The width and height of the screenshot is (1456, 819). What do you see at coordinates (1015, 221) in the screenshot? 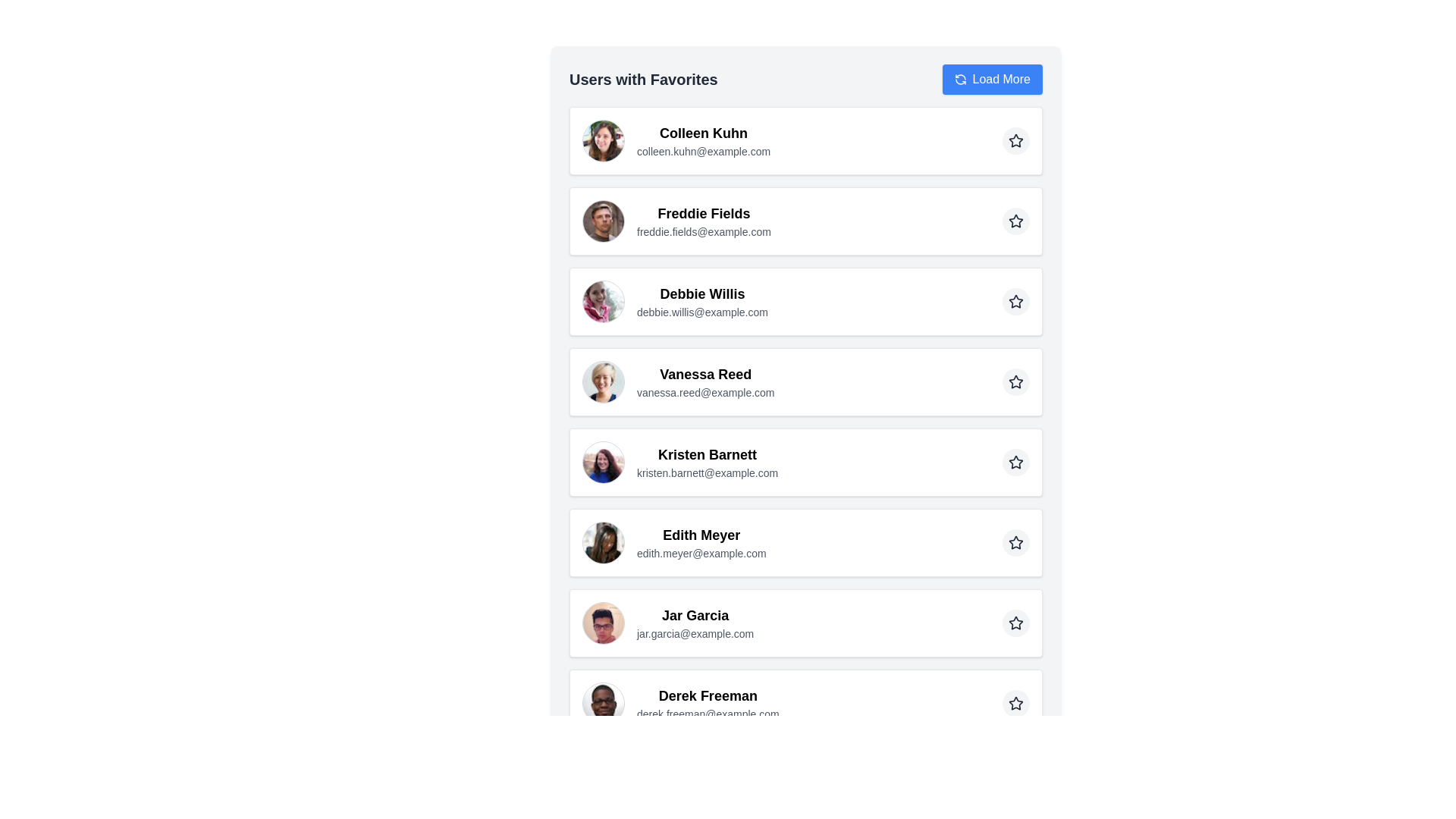
I see `the Star Icon Button located on the far right side of the second user row labeled 'Freddie Fields' to interact` at bounding box center [1015, 221].